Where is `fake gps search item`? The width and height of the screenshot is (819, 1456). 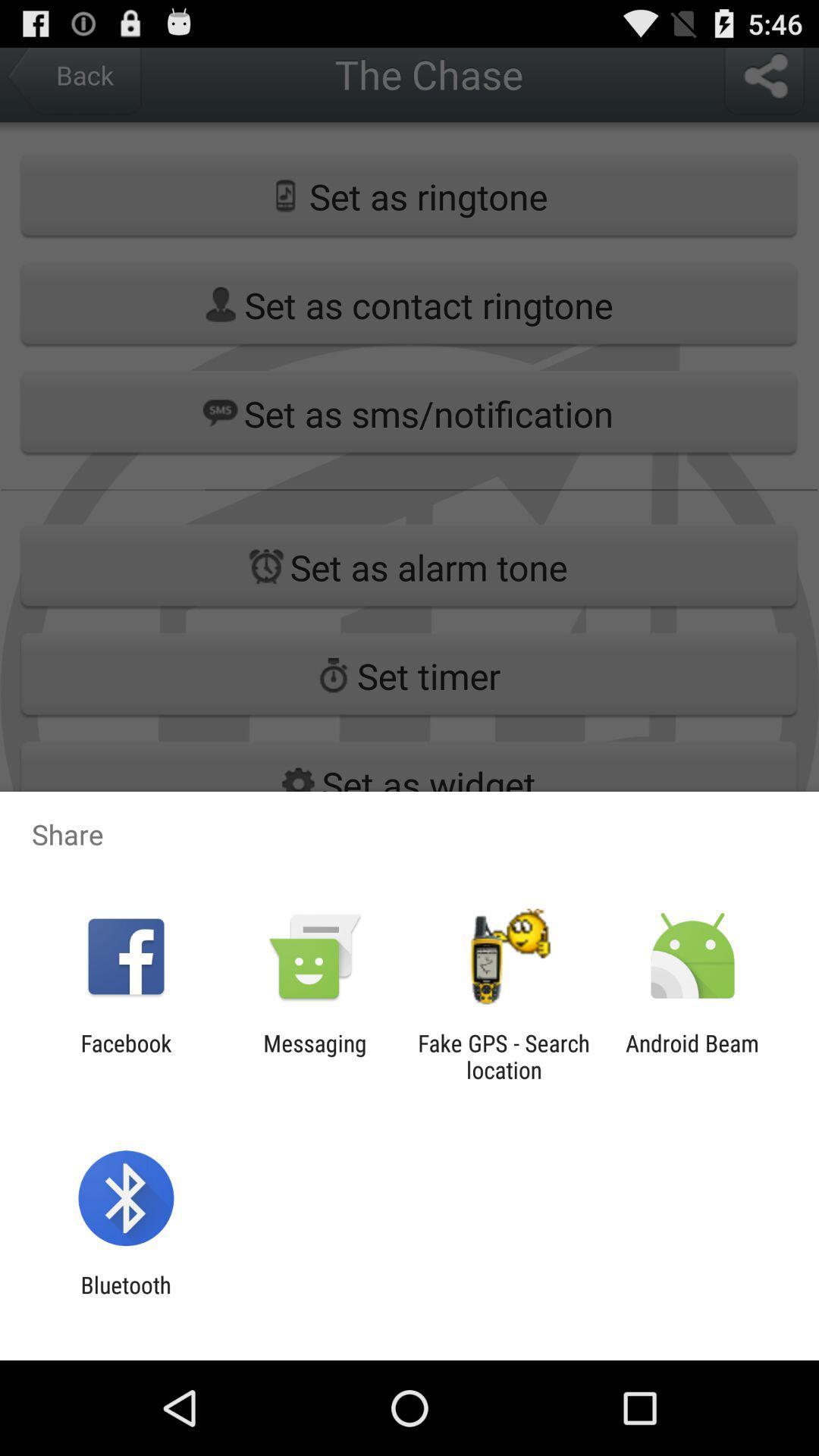 fake gps search item is located at coordinates (504, 1056).